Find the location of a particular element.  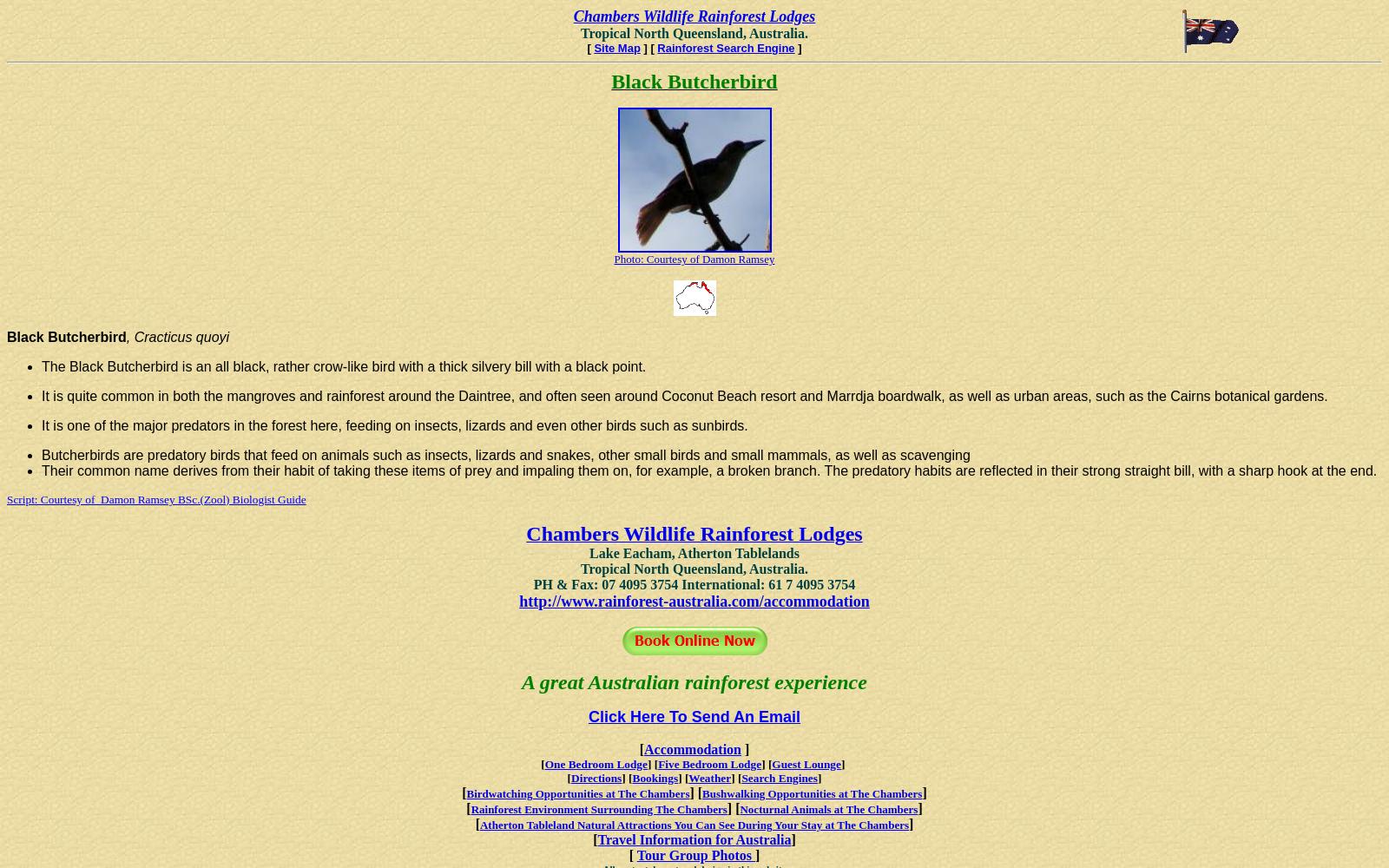

'Five Bedroom Lodge' is located at coordinates (658, 764).